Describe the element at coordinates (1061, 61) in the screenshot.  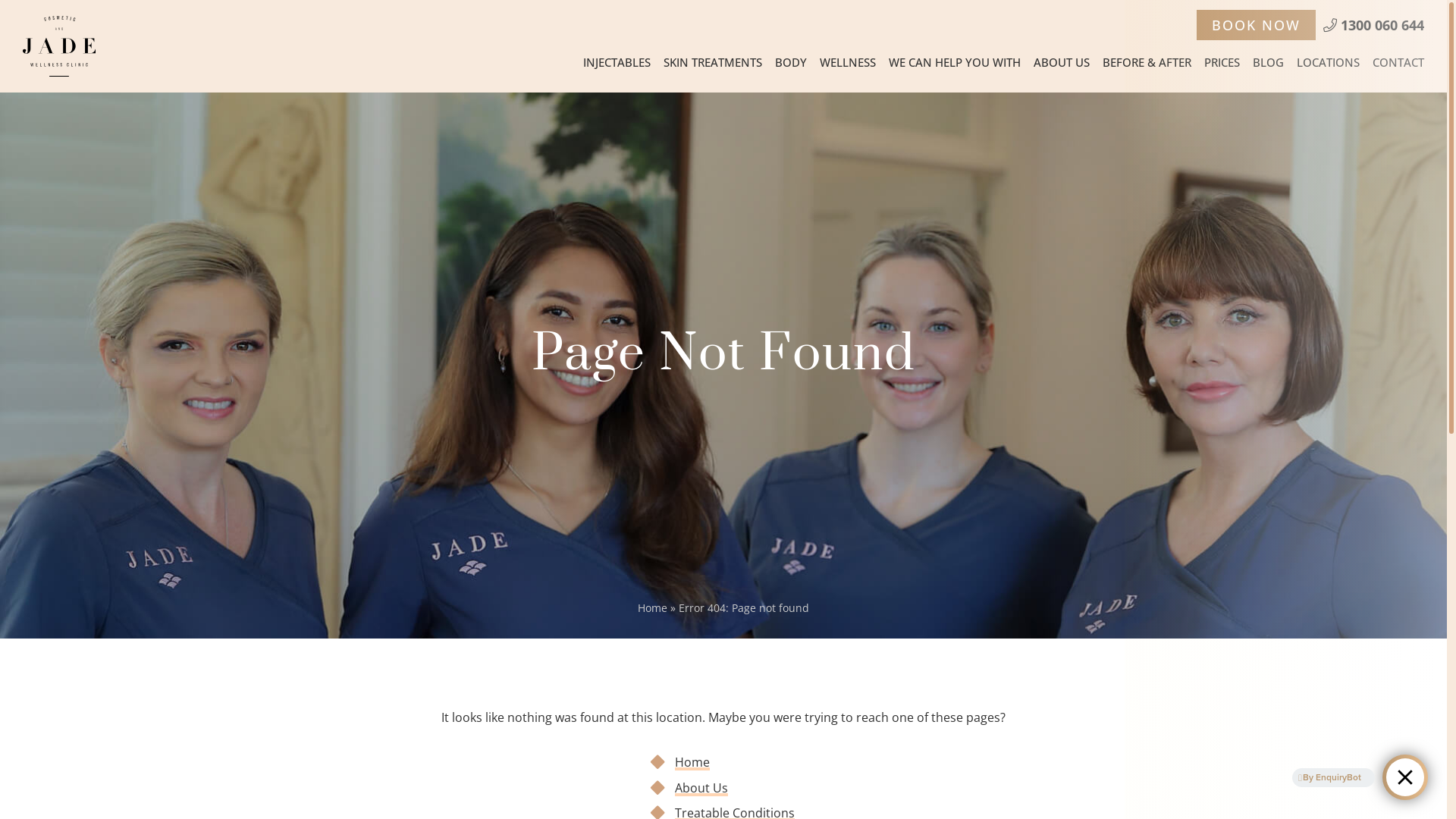
I see `'ABOUT US'` at that location.